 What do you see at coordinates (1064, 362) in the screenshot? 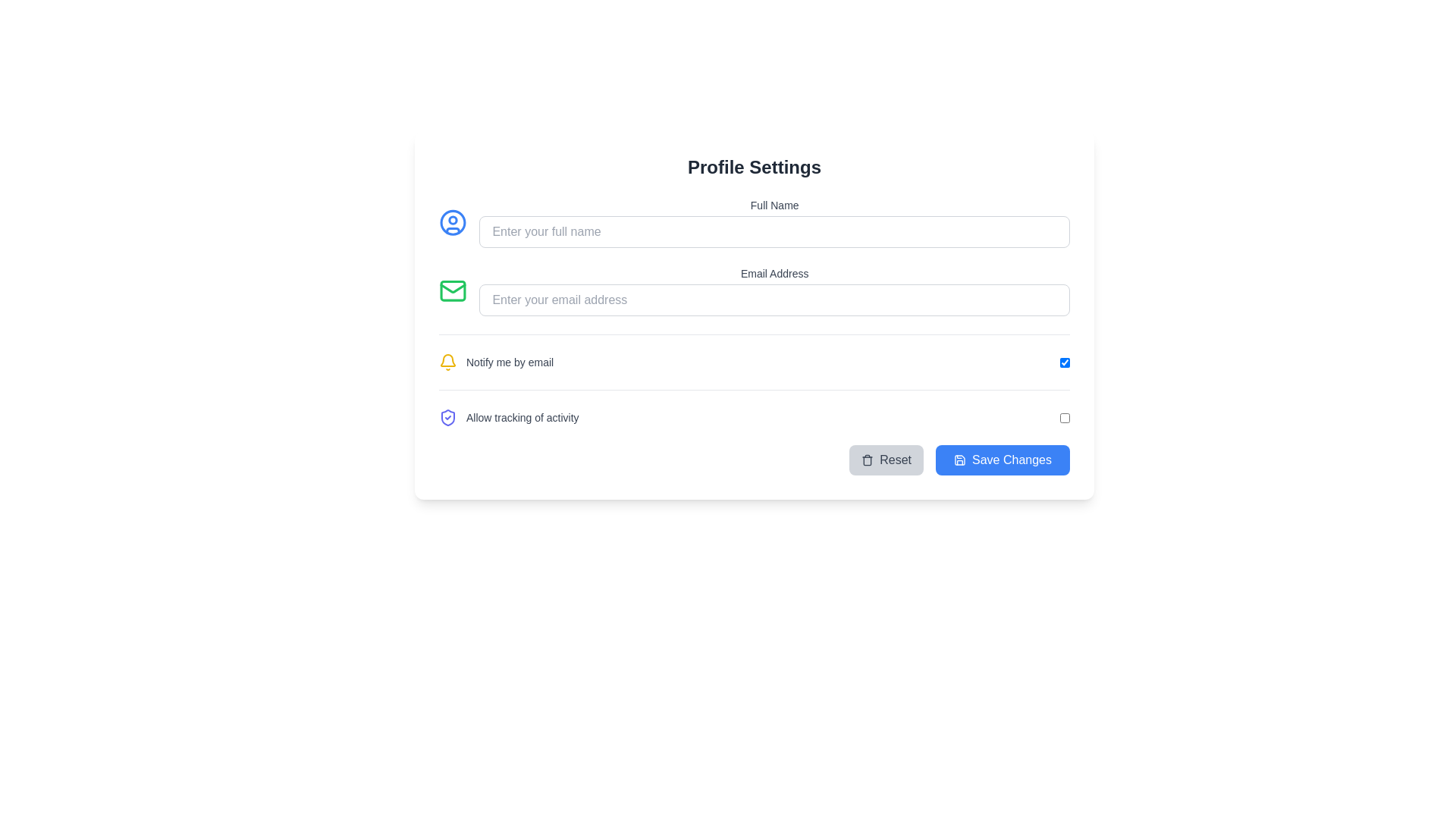
I see `the yellow rounded square checkbox aligned with the 'Notify me by email' label` at bounding box center [1064, 362].